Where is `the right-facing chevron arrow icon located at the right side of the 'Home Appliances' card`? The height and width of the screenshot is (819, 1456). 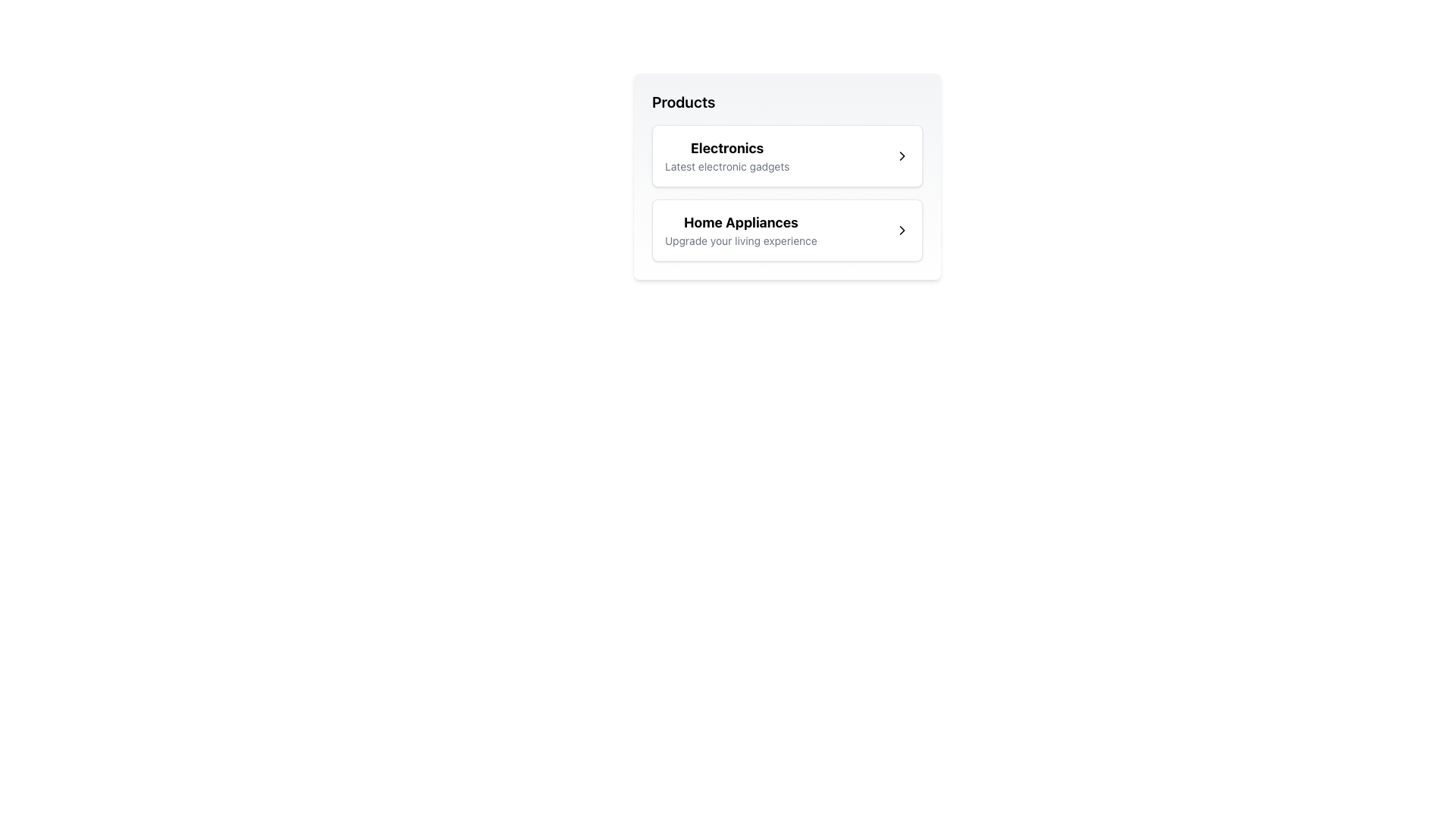
the right-facing chevron arrow icon located at the right side of the 'Home Appliances' card is located at coordinates (902, 231).